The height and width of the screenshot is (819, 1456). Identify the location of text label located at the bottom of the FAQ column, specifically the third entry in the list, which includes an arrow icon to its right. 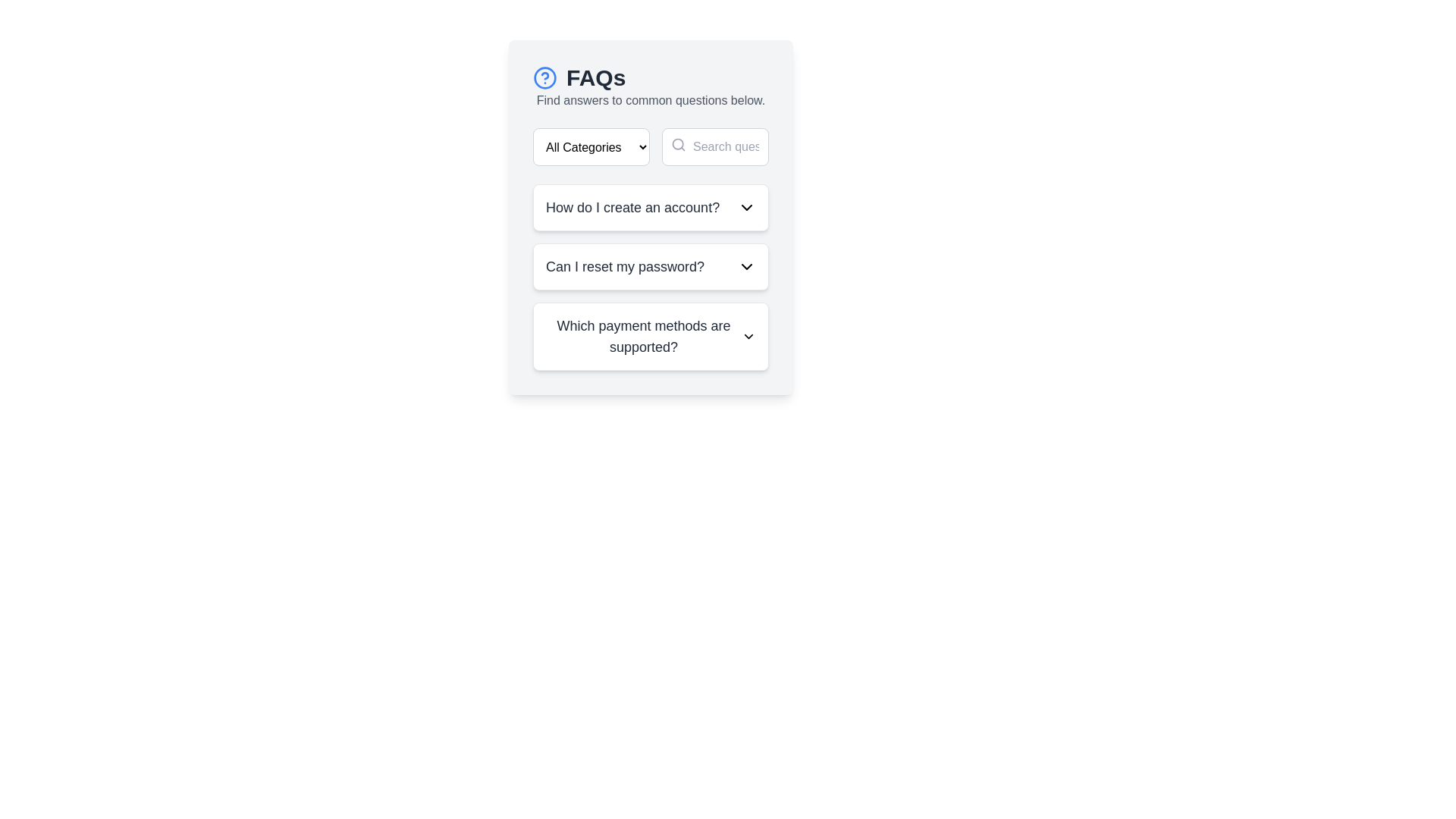
(644, 335).